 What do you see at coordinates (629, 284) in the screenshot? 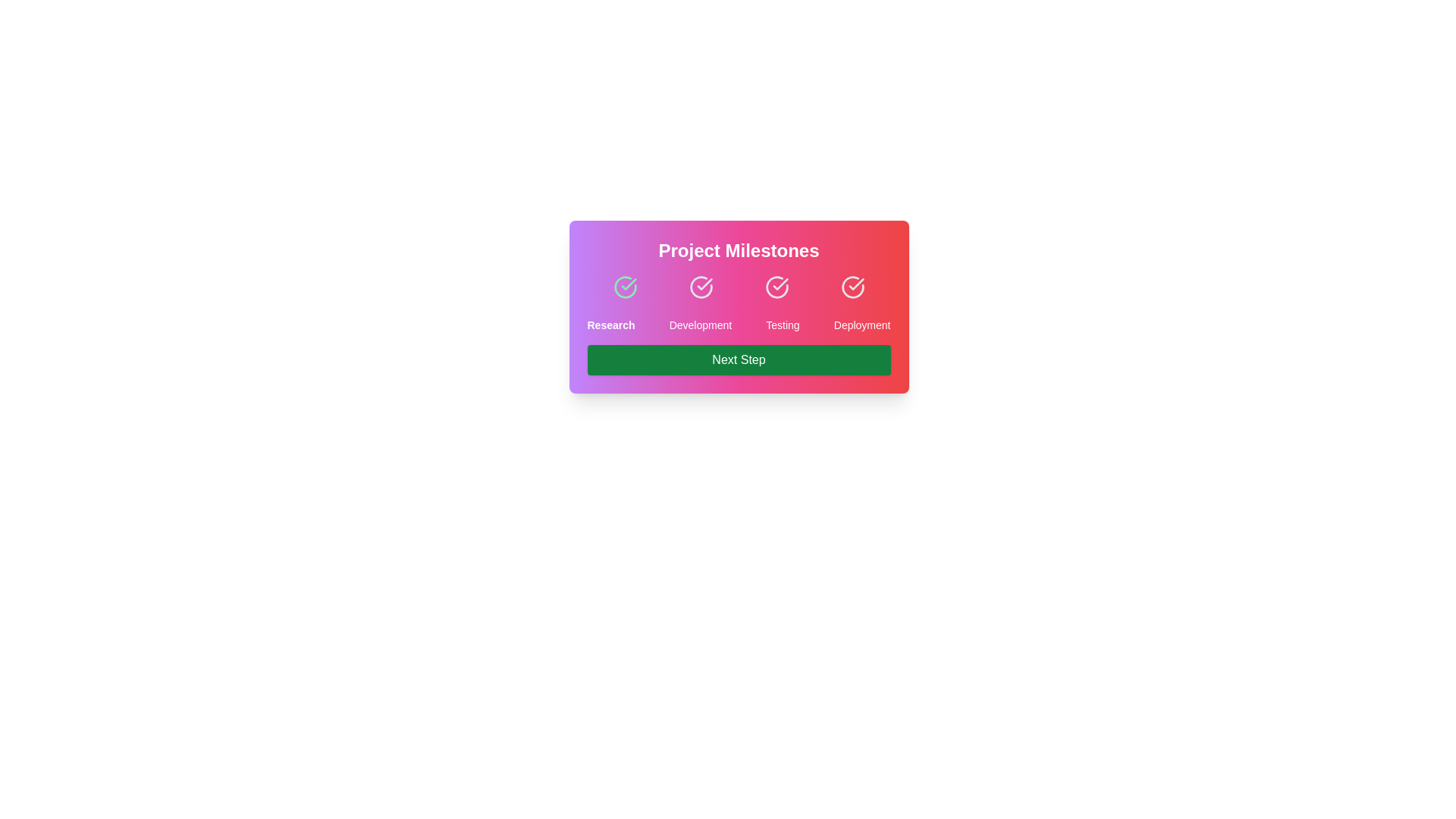
I see `the checkmark icon that indicates the completion of the 'Research' milestone, which is the leftmost icon in the row of four icons at the top of the 'Project Milestones' card` at bounding box center [629, 284].